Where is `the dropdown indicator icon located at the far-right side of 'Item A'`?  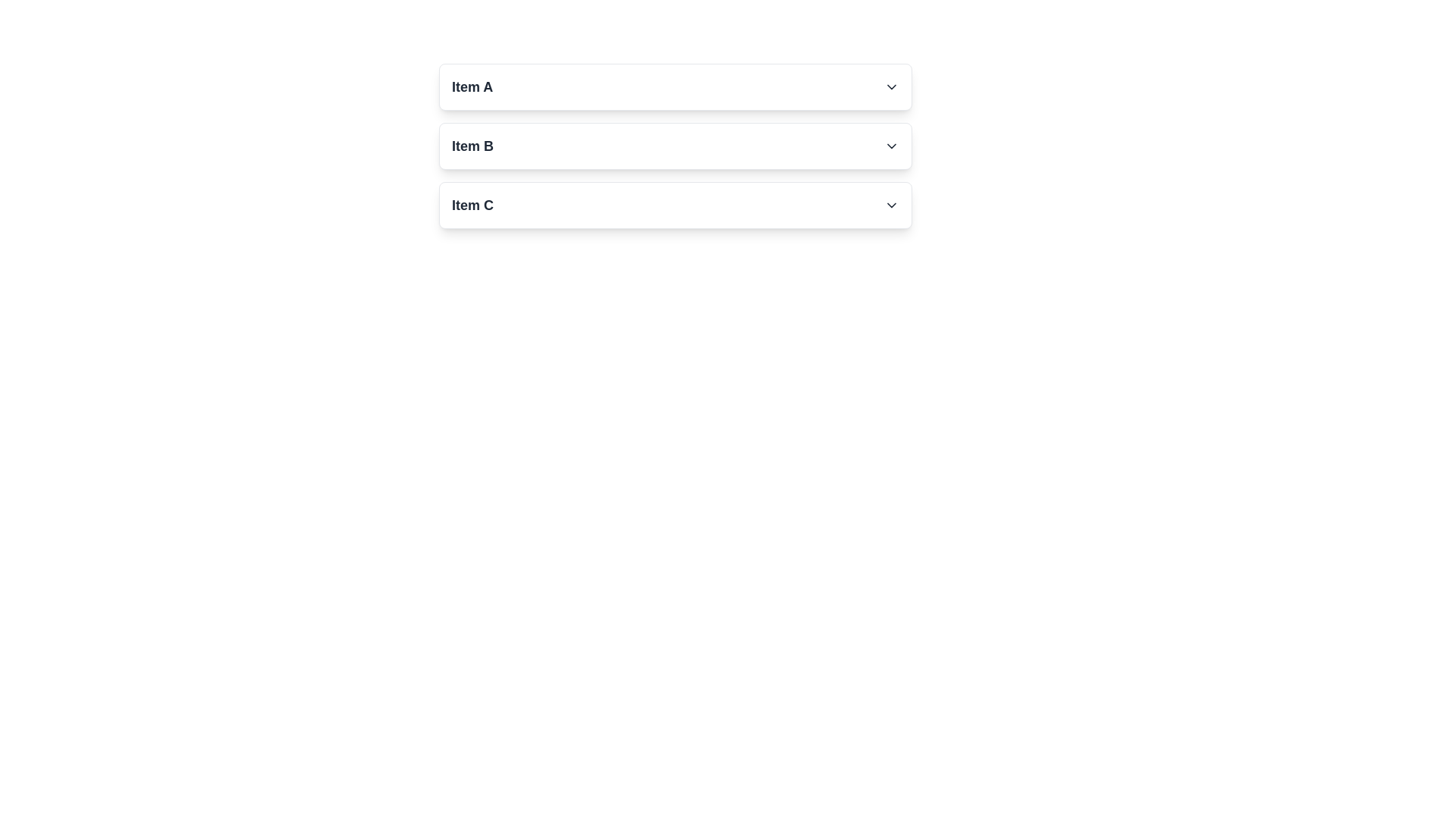 the dropdown indicator icon located at the far-right side of 'Item A' is located at coordinates (892, 87).